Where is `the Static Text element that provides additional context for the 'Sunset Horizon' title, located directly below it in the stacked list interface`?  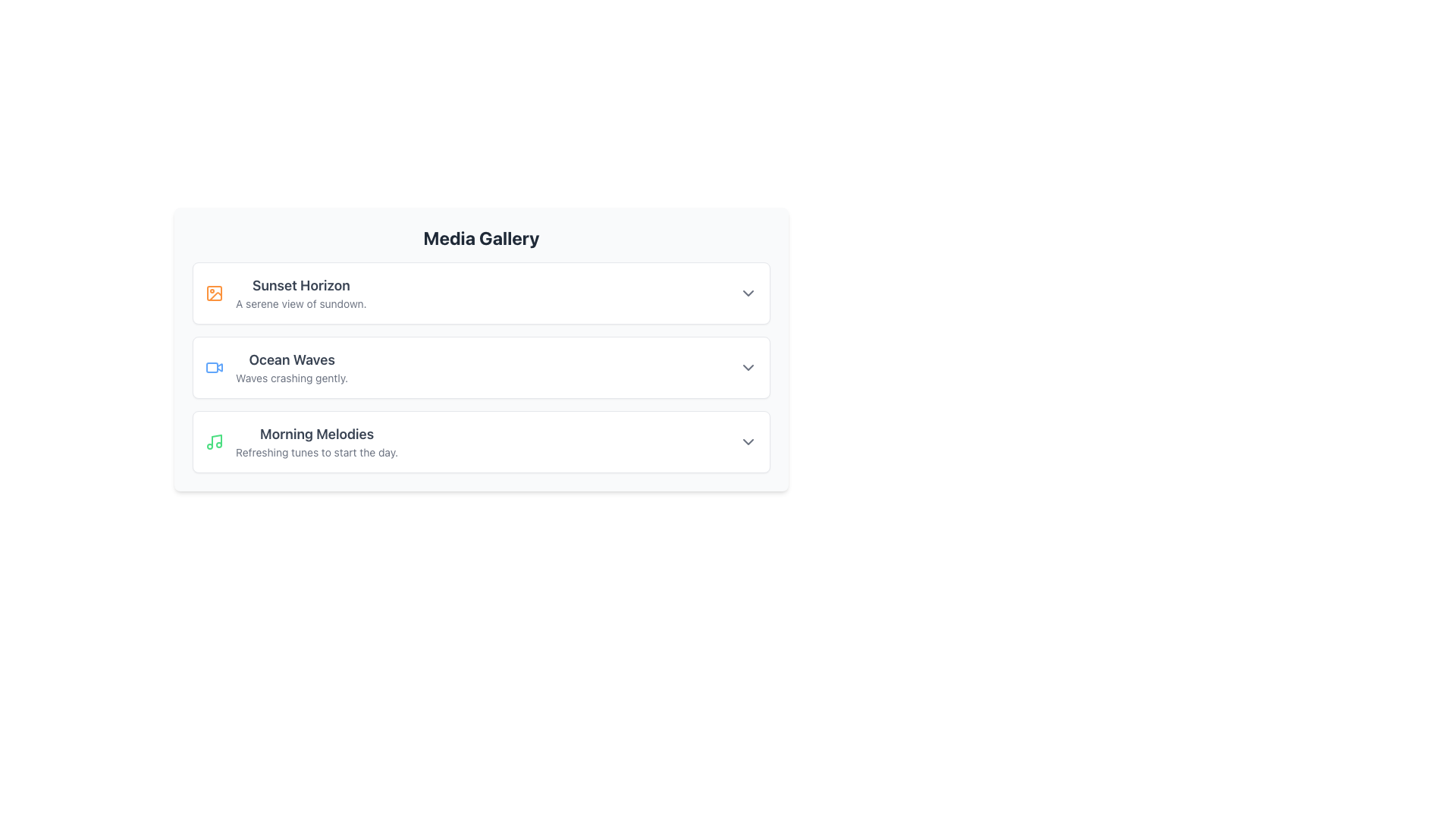 the Static Text element that provides additional context for the 'Sunset Horizon' title, located directly below it in the stacked list interface is located at coordinates (301, 304).